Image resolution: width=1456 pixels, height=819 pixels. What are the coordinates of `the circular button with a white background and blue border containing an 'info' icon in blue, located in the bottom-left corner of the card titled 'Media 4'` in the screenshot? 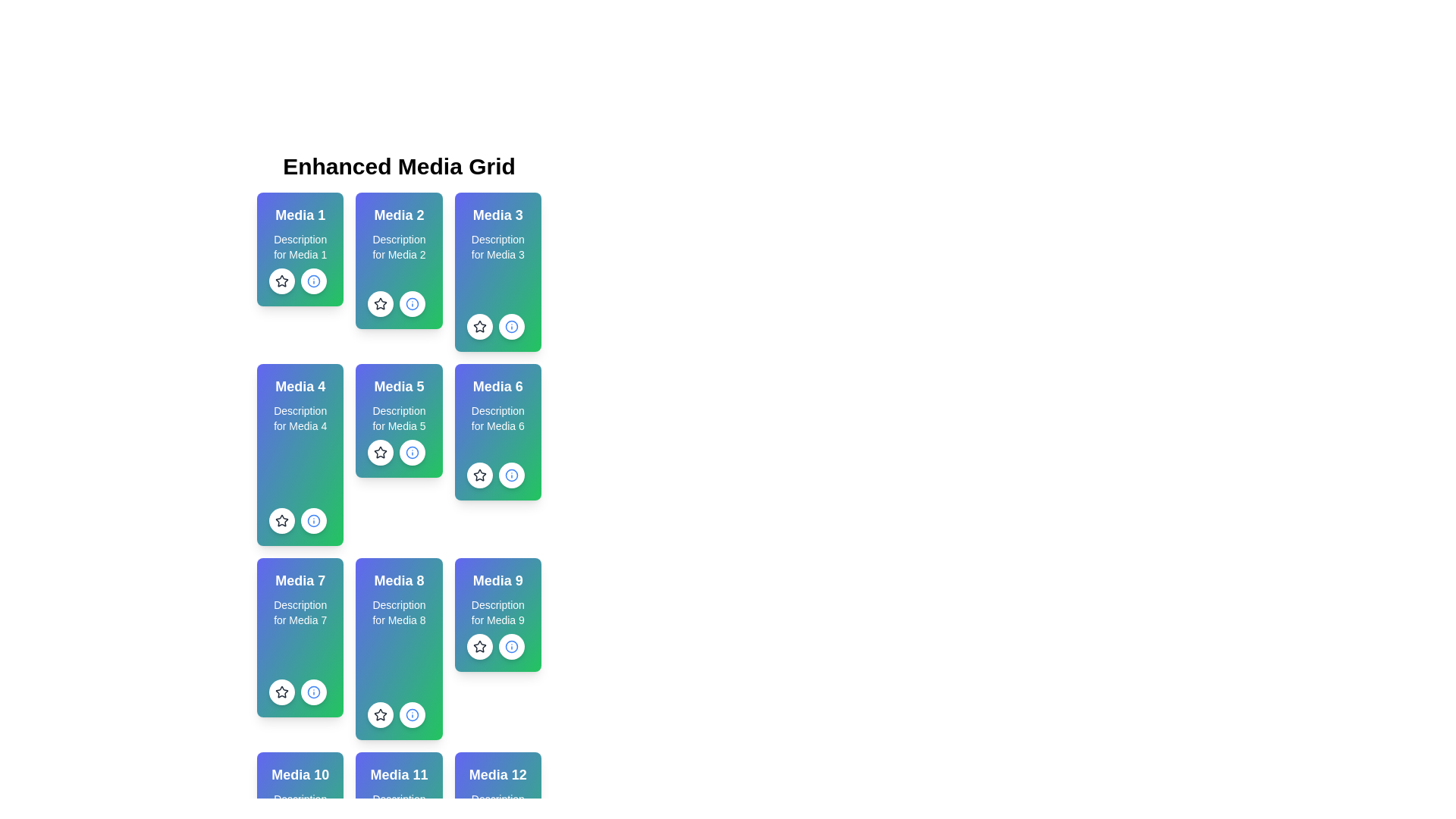 It's located at (312, 519).